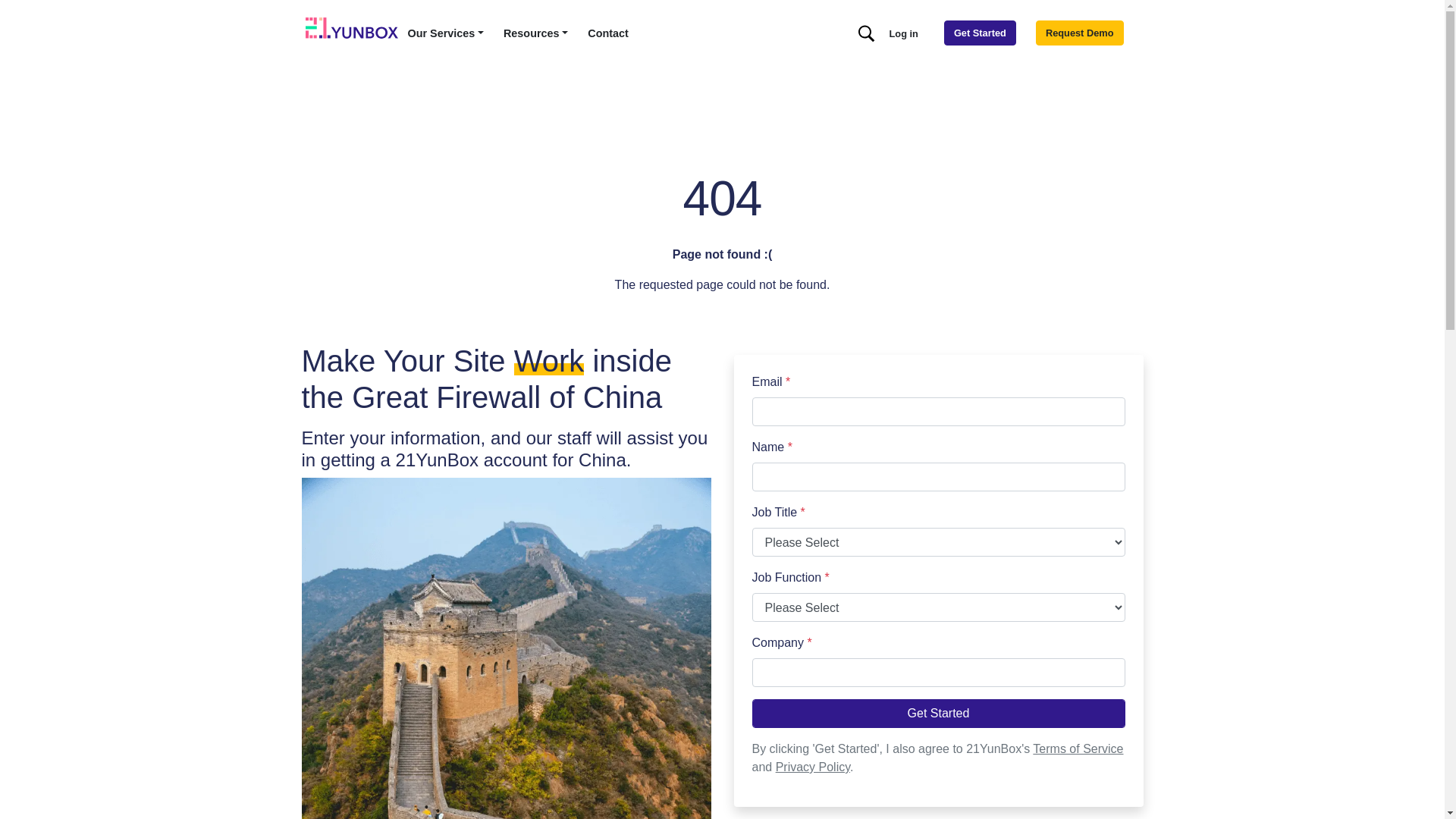 This screenshot has width=1456, height=819. Describe the element at coordinates (401, 34) in the screenshot. I see `'Our Services'` at that location.